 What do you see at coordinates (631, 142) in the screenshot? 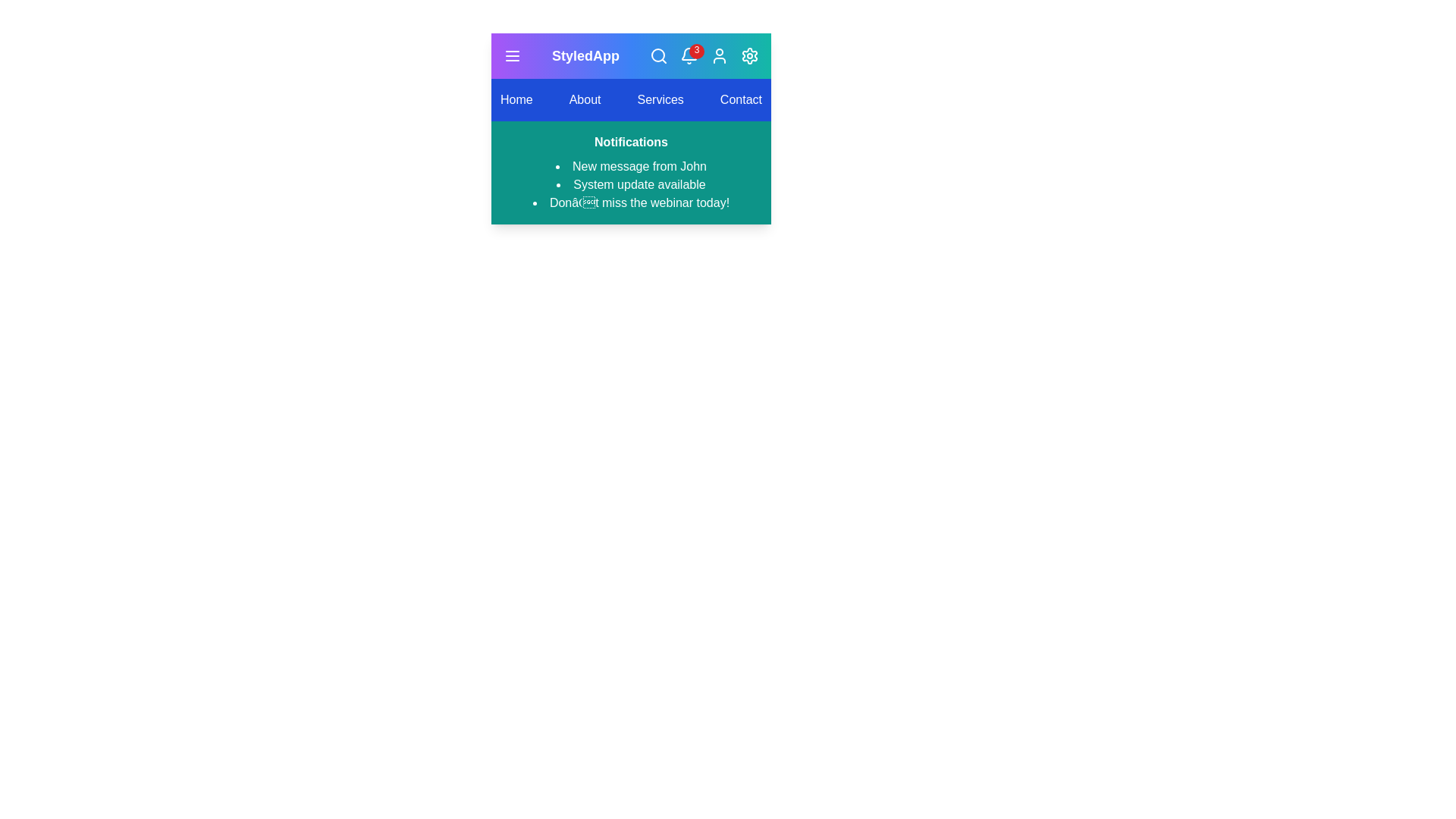
I see `the title label indicating the content of the notification section, located at the top-center of the teal-colored notification area just below the navigation bar` at bounding box center [631, 142].